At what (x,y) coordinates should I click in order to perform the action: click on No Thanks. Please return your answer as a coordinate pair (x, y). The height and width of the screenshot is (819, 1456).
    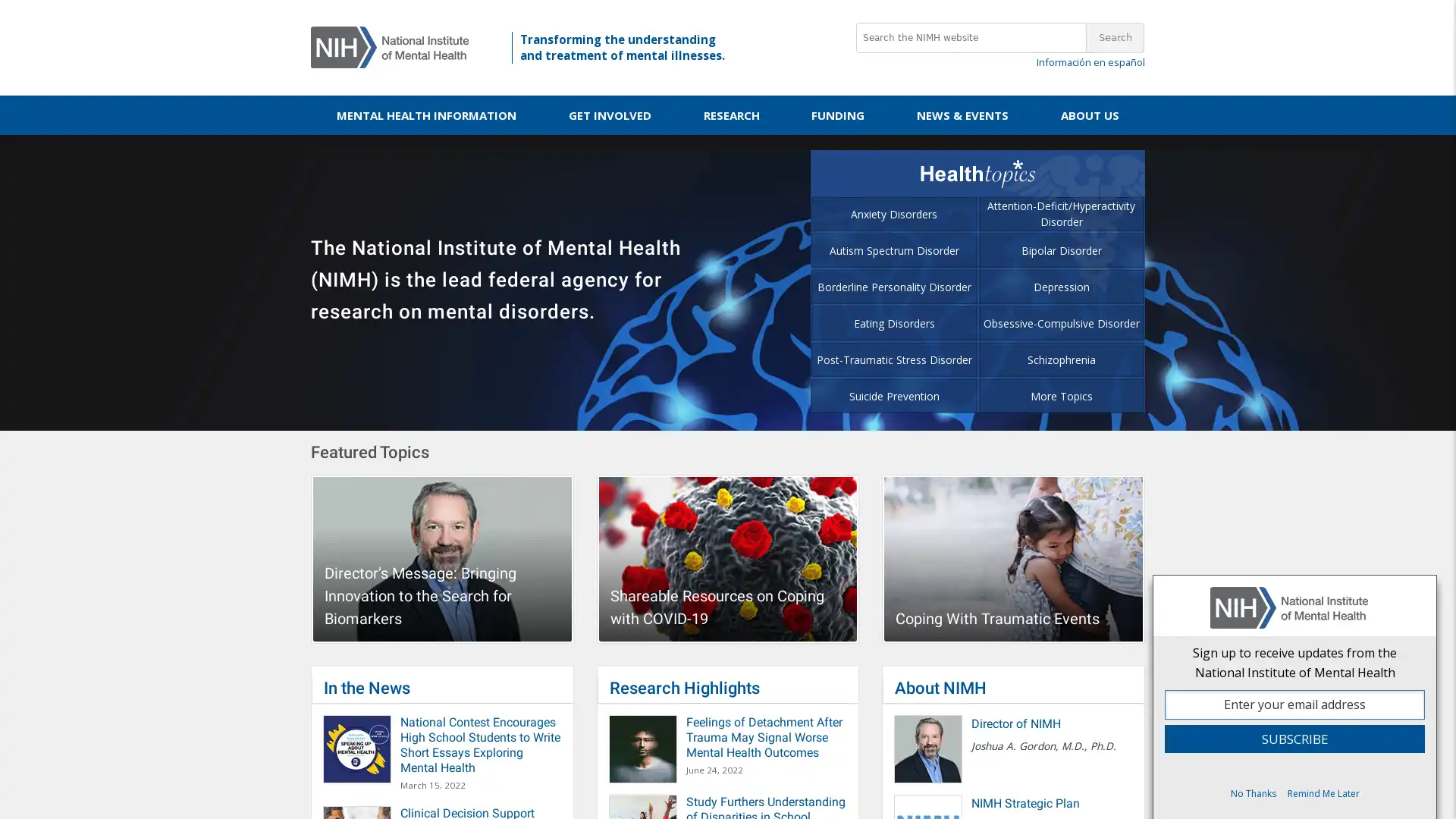
    Looking at the image, I should click on (1252, 792).